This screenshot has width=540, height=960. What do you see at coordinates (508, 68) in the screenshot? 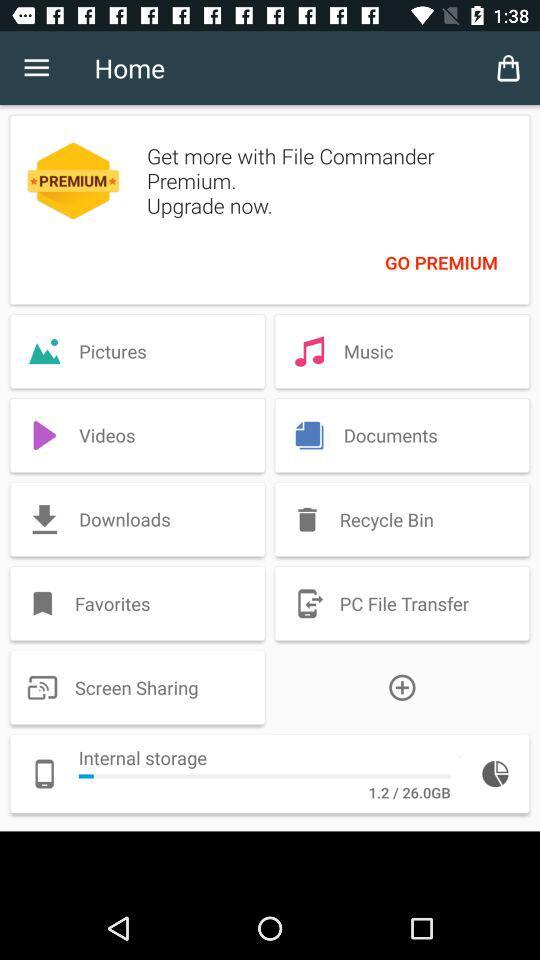
I see `item next to home item` at bounding box center [508, 68].